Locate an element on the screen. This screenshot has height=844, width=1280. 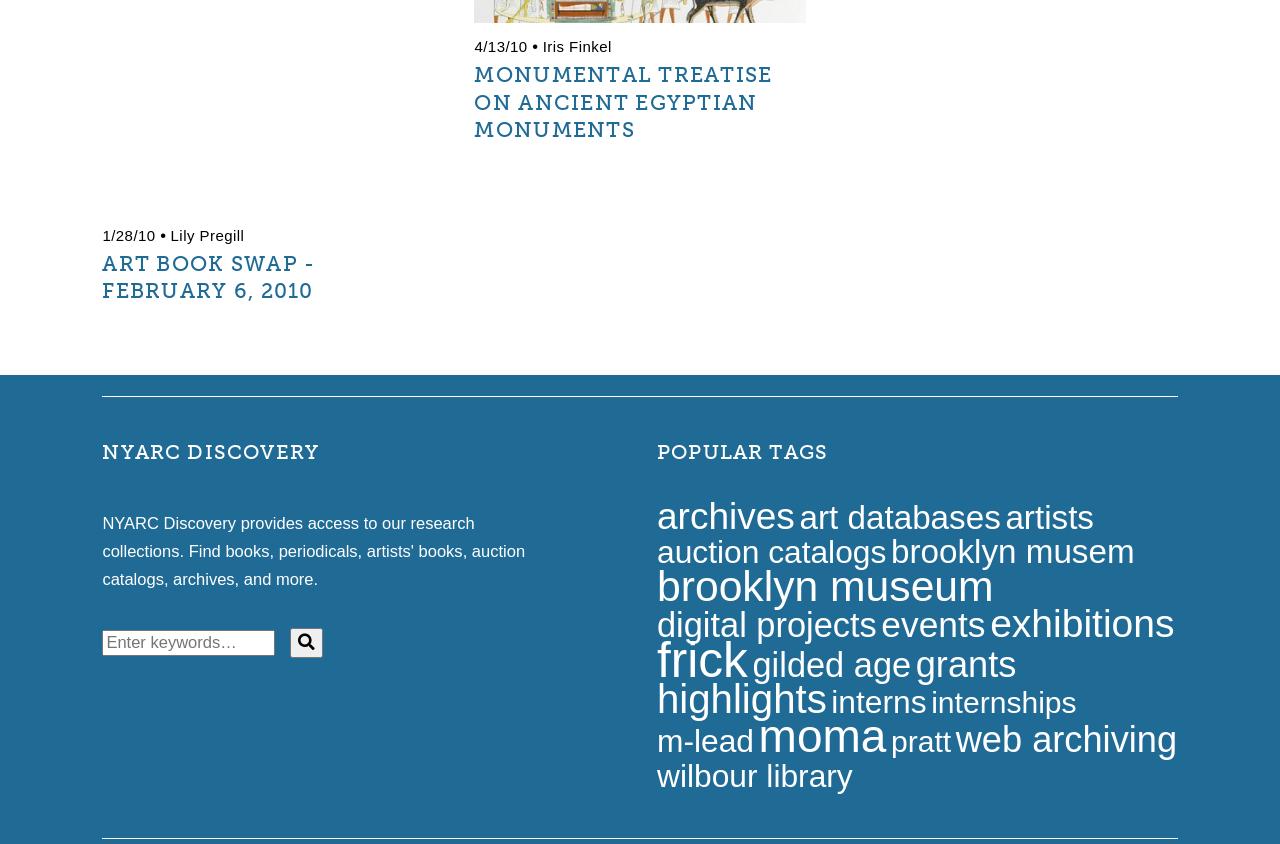
'interns' is located at coordinates (878, 701).